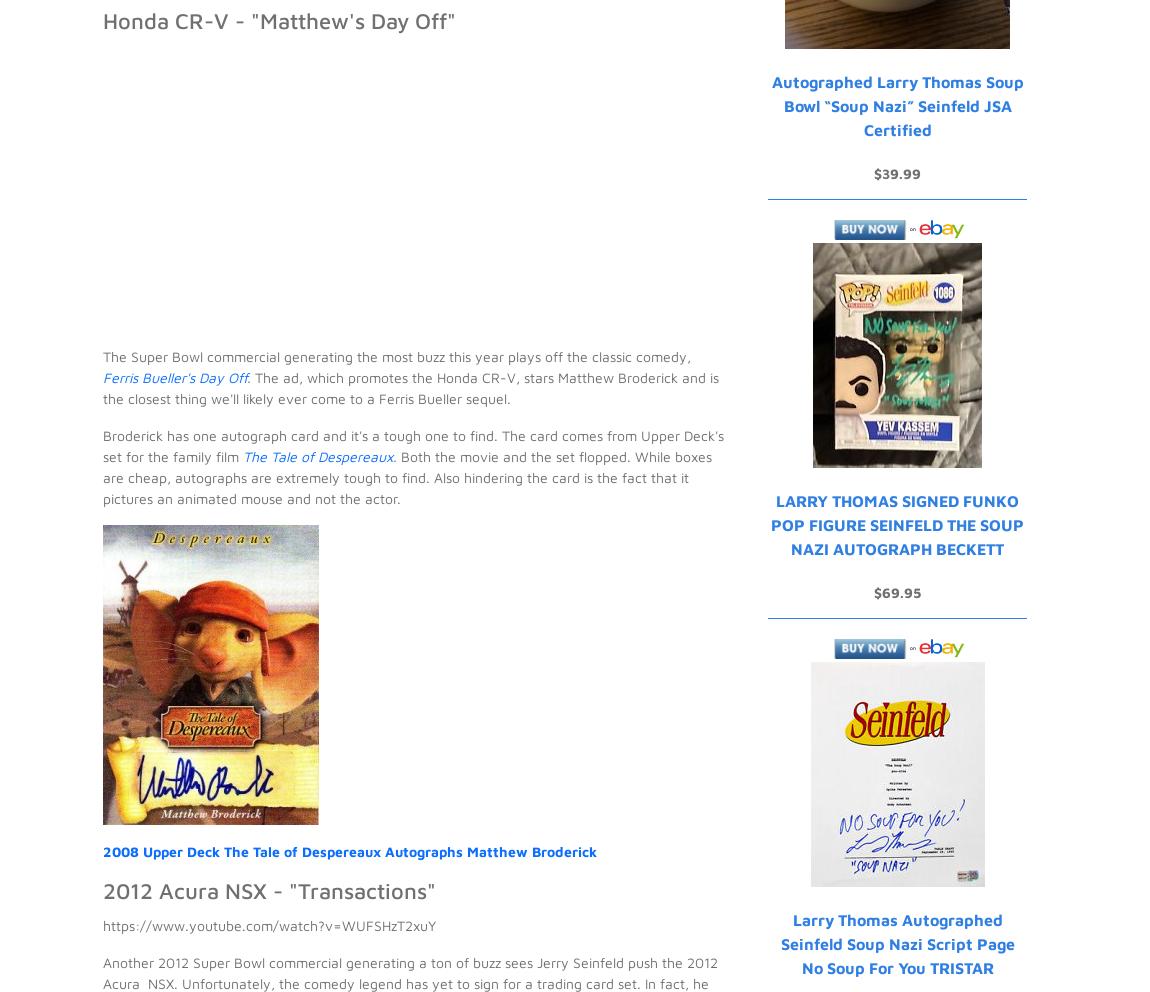  What do you see at coordinates (135, 419) in the screenshot?
I see `'Email              (required)'` at bounding box center [135, 419].